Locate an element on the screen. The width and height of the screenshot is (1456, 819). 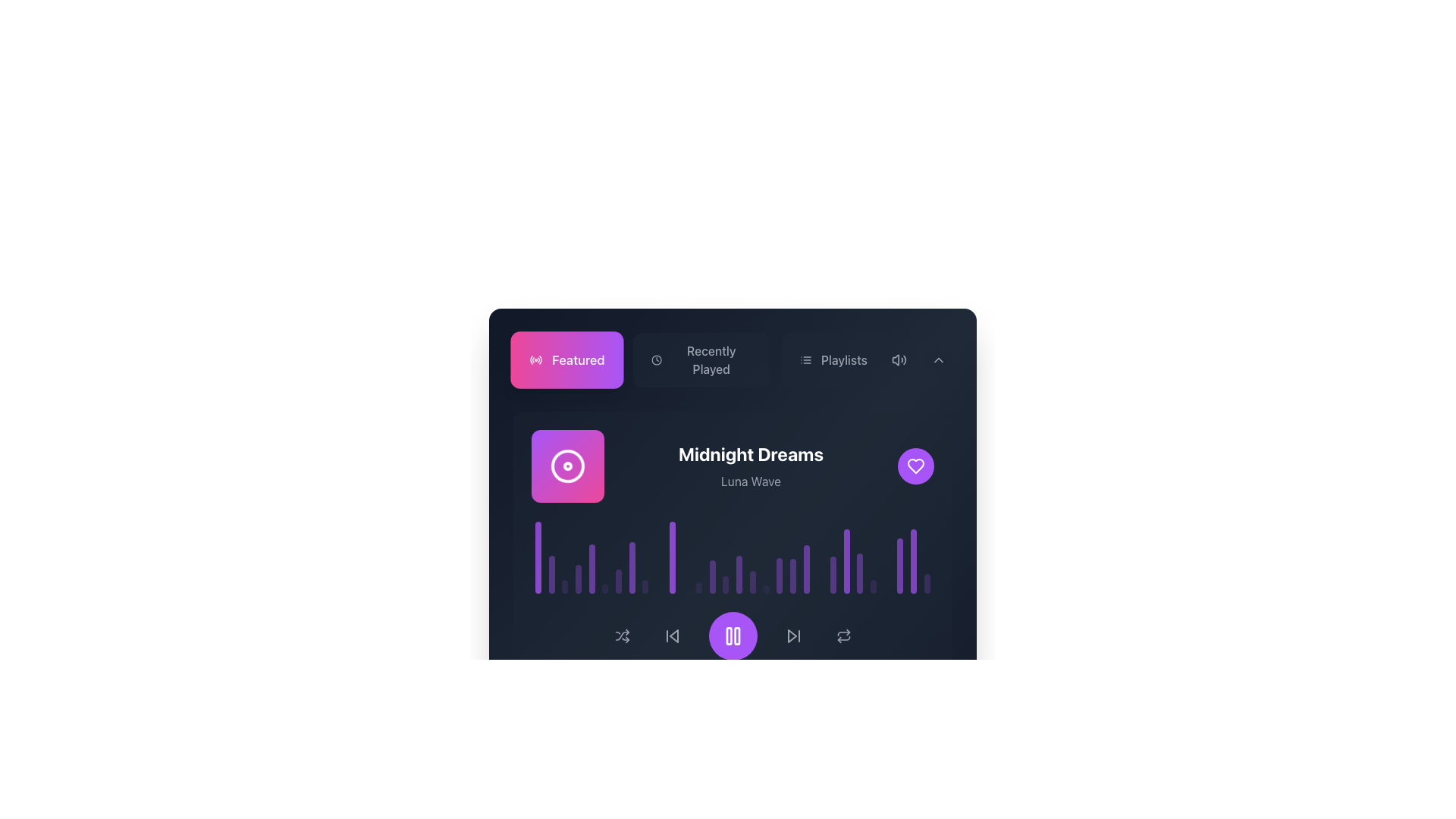
the twelfth visualizer bar in the 'Midnight Dreams' card section, which indicates audio or playback activity and is located above the play button is located at coordinates (698, 587).